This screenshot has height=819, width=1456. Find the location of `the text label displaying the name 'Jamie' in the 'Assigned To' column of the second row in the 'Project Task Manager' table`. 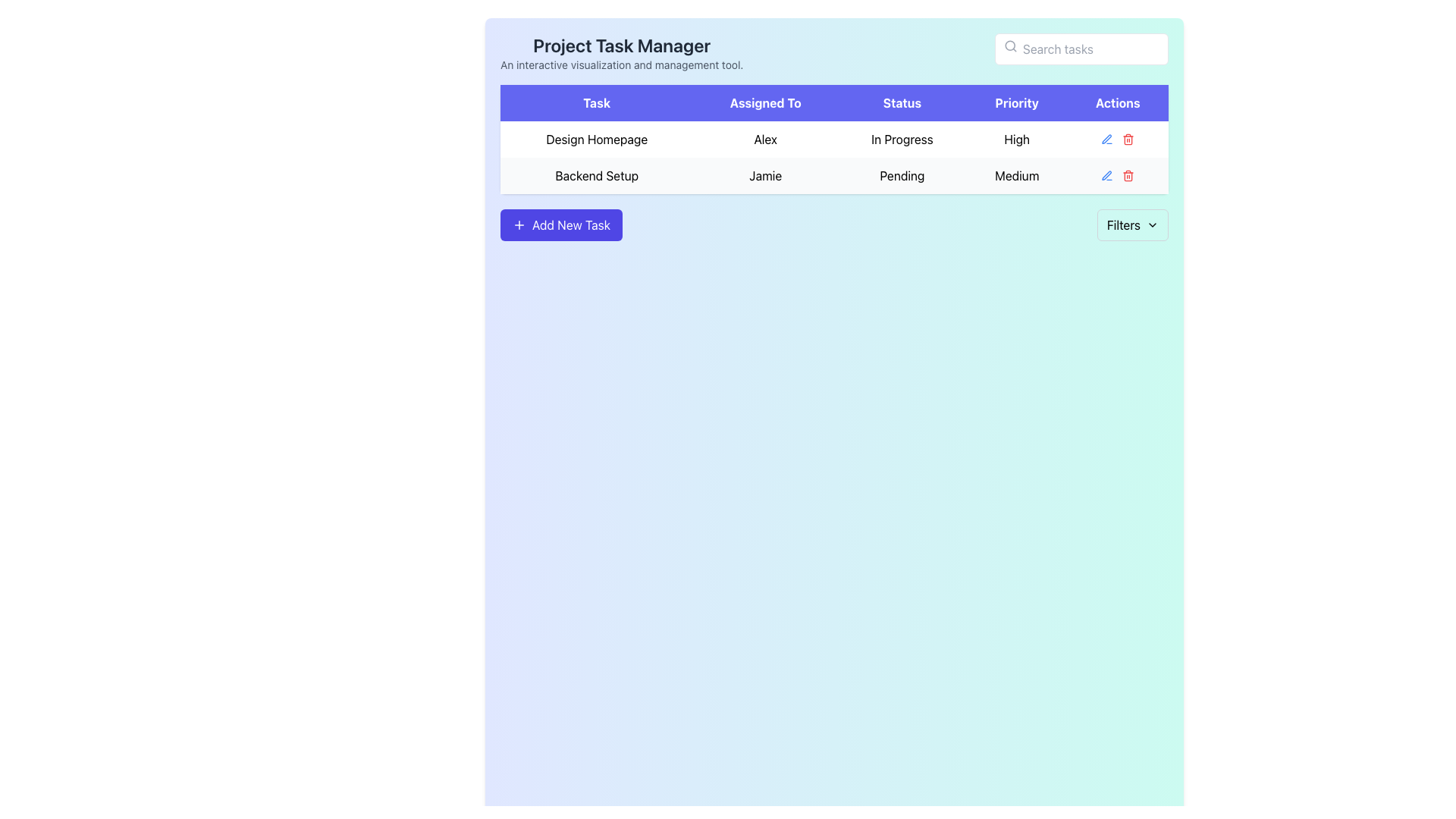

the text label displaying the name 'Jamie' in the 'Assigned To' column of the second row in the 'Project Task Manager' table is located at coordinates (765, 174).